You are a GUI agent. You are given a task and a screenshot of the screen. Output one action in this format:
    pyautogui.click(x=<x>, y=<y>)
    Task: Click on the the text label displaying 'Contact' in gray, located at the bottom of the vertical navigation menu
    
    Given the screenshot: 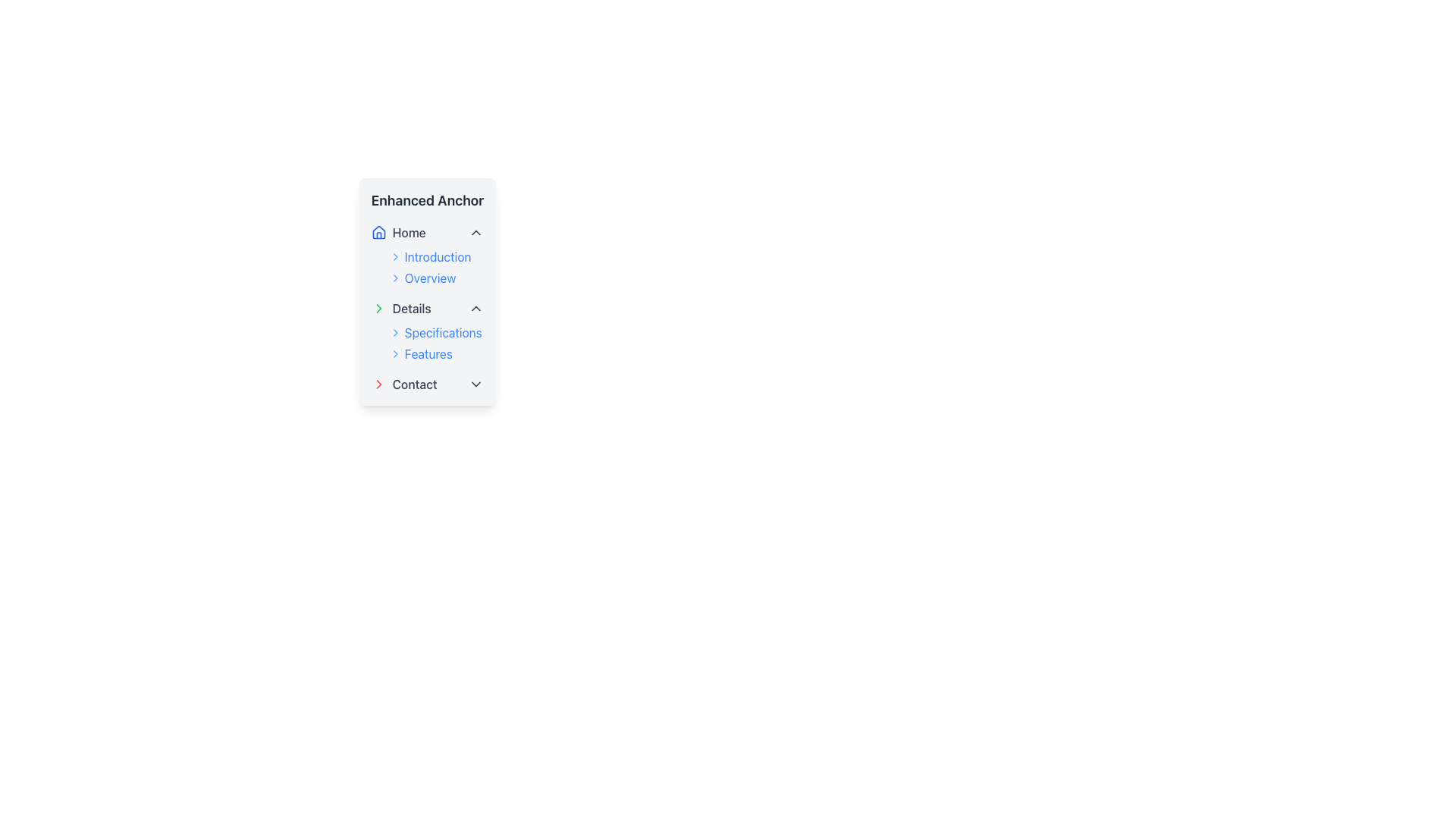 What is the action you would take?
    pyautogui.click(x=415, y=383)
    